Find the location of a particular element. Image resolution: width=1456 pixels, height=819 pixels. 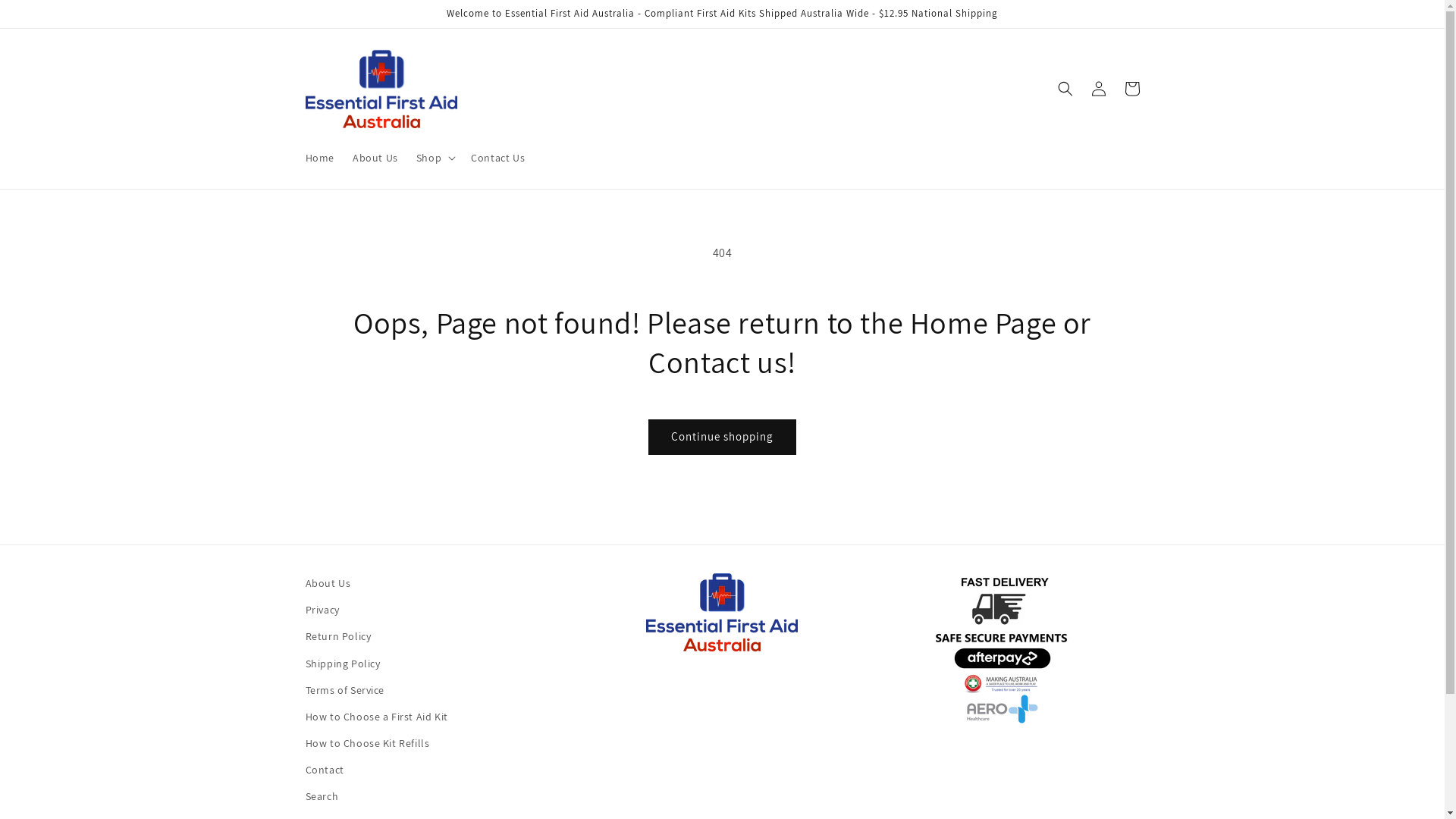

'About Us' is located at coordinates (327, 584).